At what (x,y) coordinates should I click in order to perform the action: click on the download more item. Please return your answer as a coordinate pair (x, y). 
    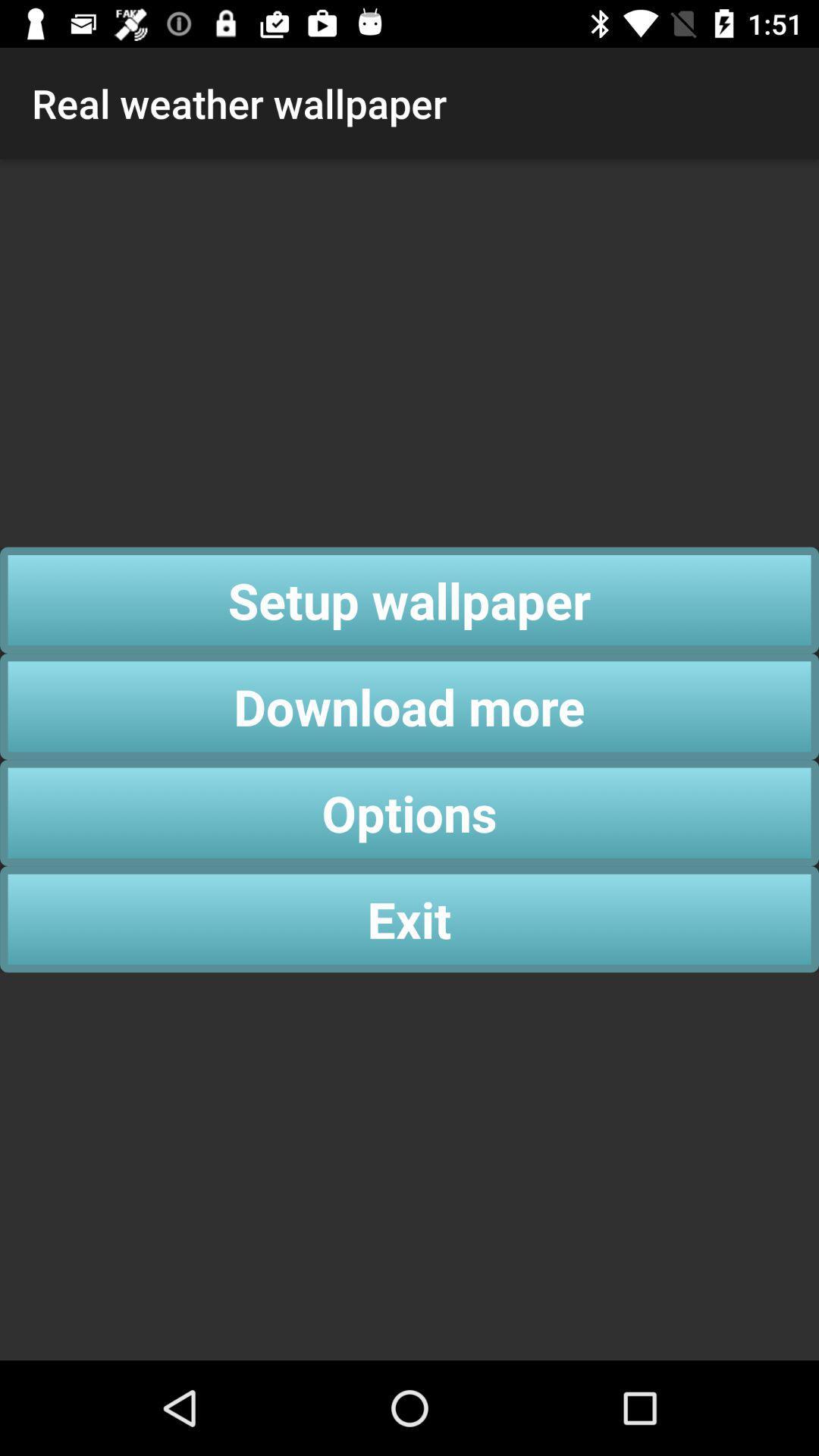
    Looking at the image, I should click on (409, 705).